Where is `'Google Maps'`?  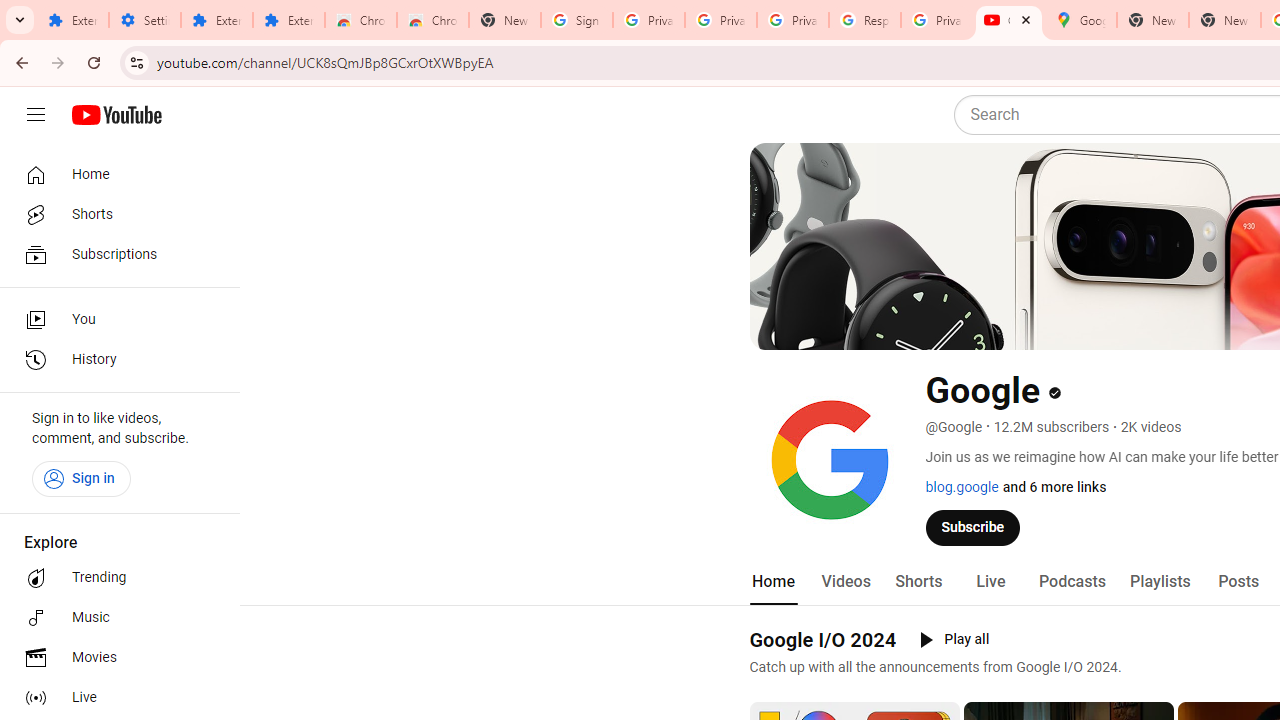
'Google Maps' is located at coordinates (1079, 20).